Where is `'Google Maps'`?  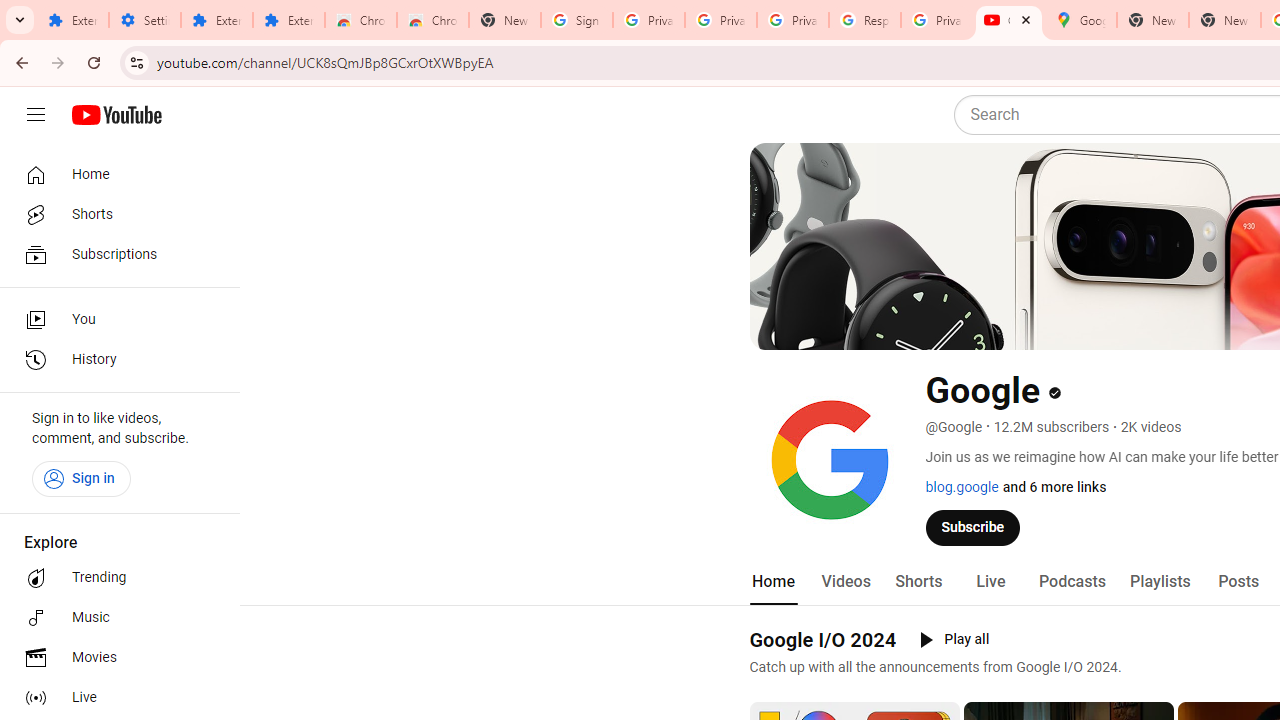
'Google Maps' is located at coordinates (1079, 20).